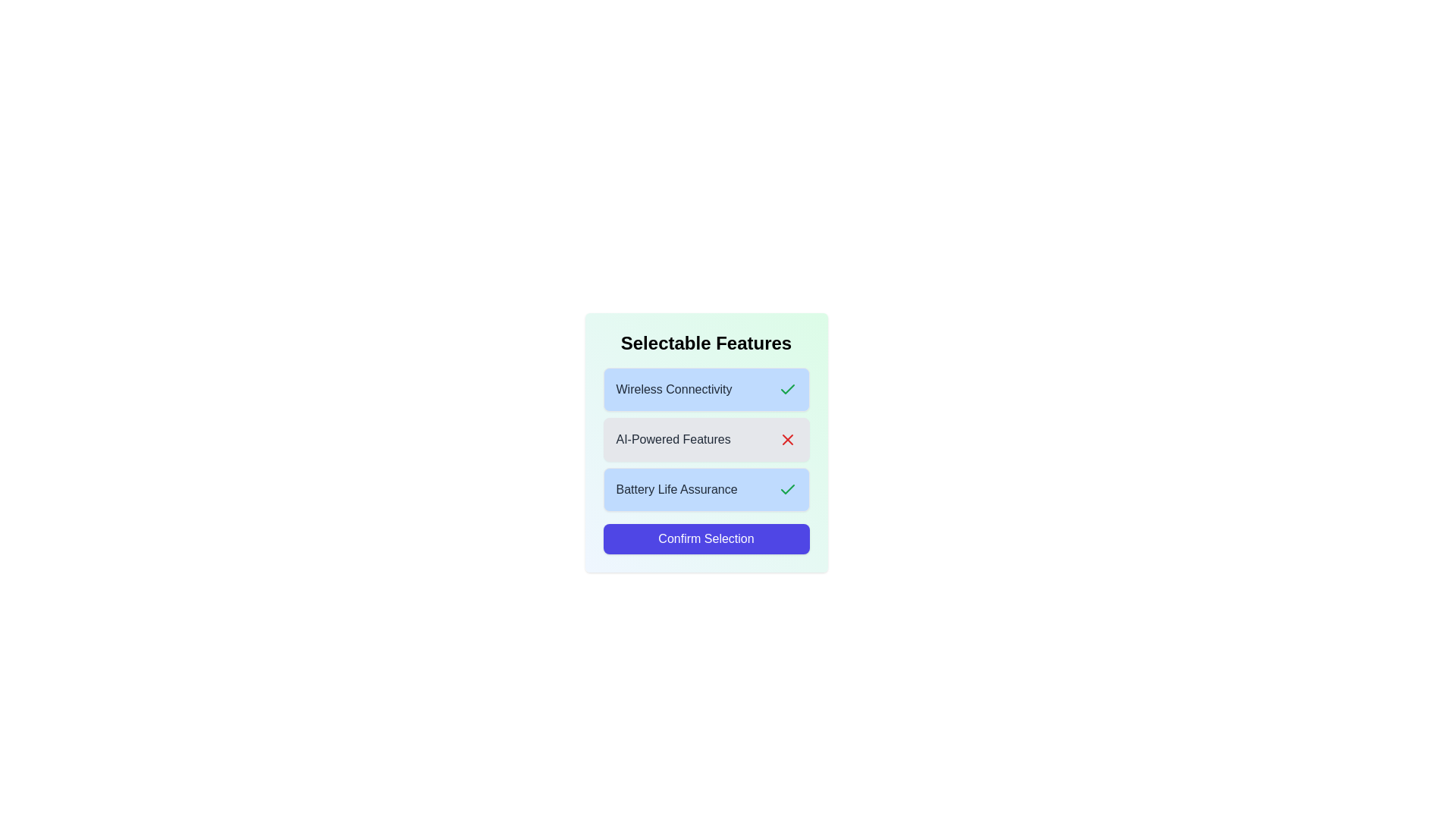 The image size is (1456, 819). What do you see at coordinates (673, 439) in the screenshot?
I see `the text label reading 'AI-Powered Features', which is styled with a medium font weight and dark gray color, located within a light gray rectangular section` at bounding box center [673, 439].